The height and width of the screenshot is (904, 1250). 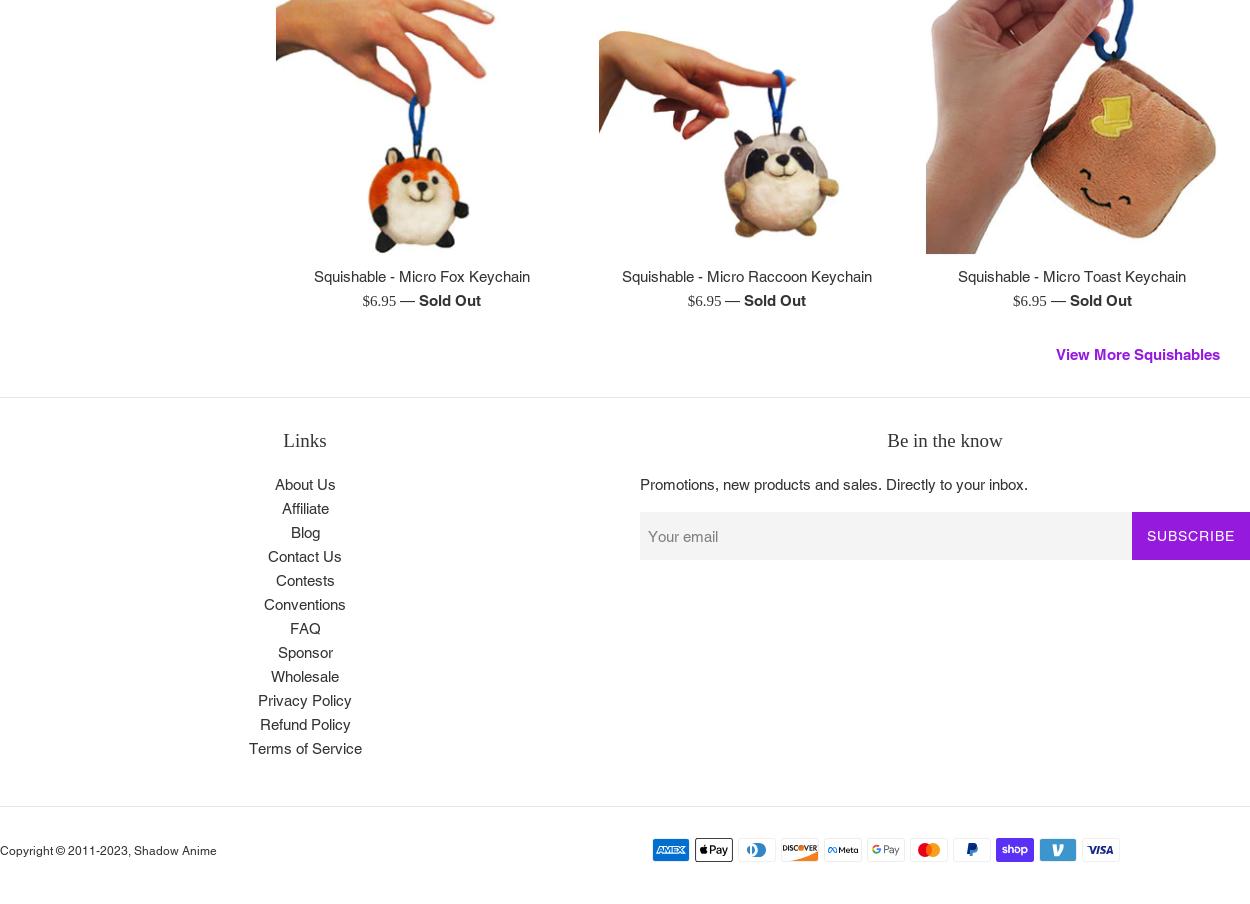 What do you see at coordinates (1138, 352) in the screenshot?
I see `'View More Squishables'` at bounding box center [1138, 352].